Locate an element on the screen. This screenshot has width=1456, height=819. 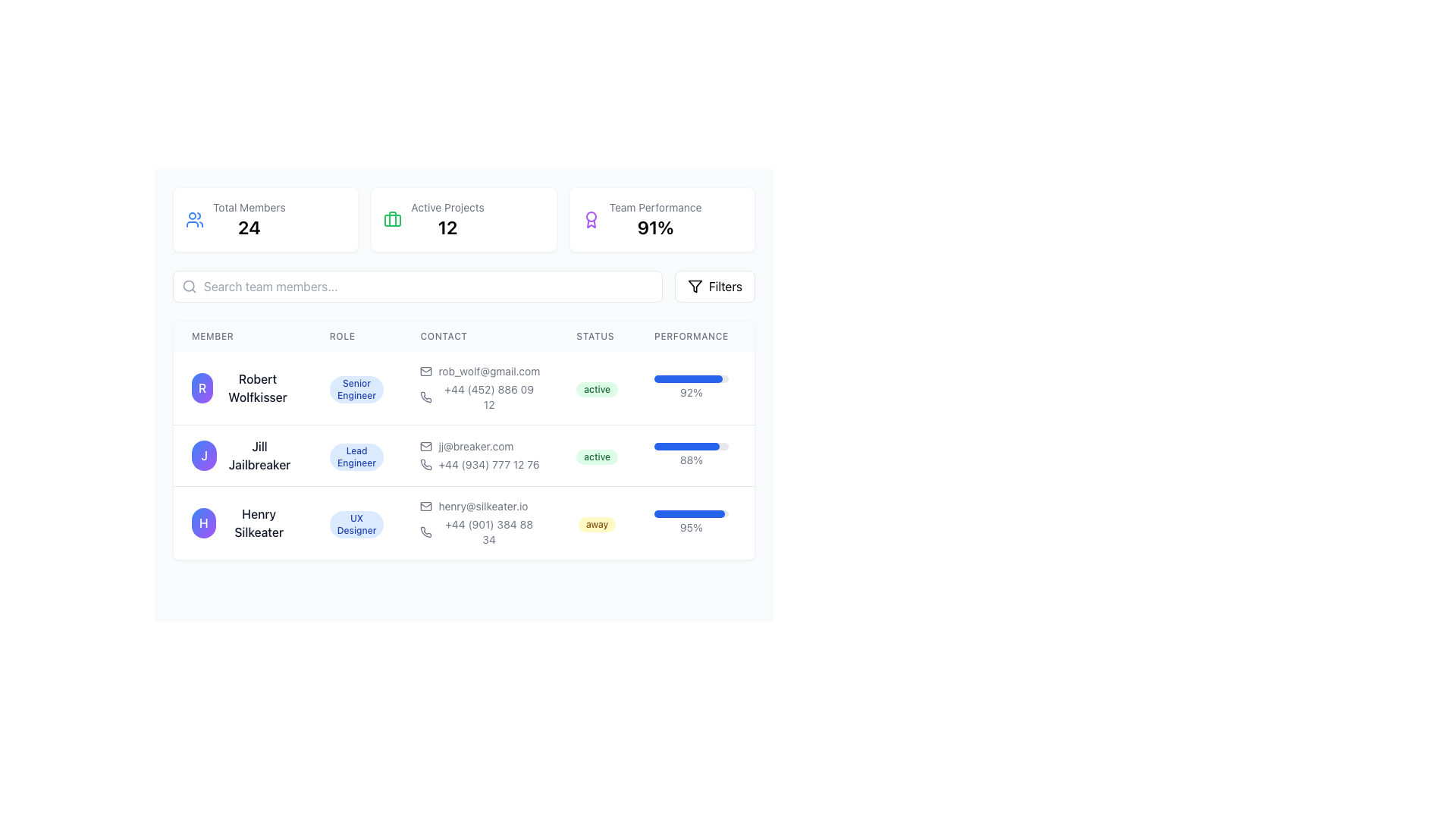
the gray pen icon button located at the end of the last row in the table for accessibility navigation is located at coordinates (779, 519).